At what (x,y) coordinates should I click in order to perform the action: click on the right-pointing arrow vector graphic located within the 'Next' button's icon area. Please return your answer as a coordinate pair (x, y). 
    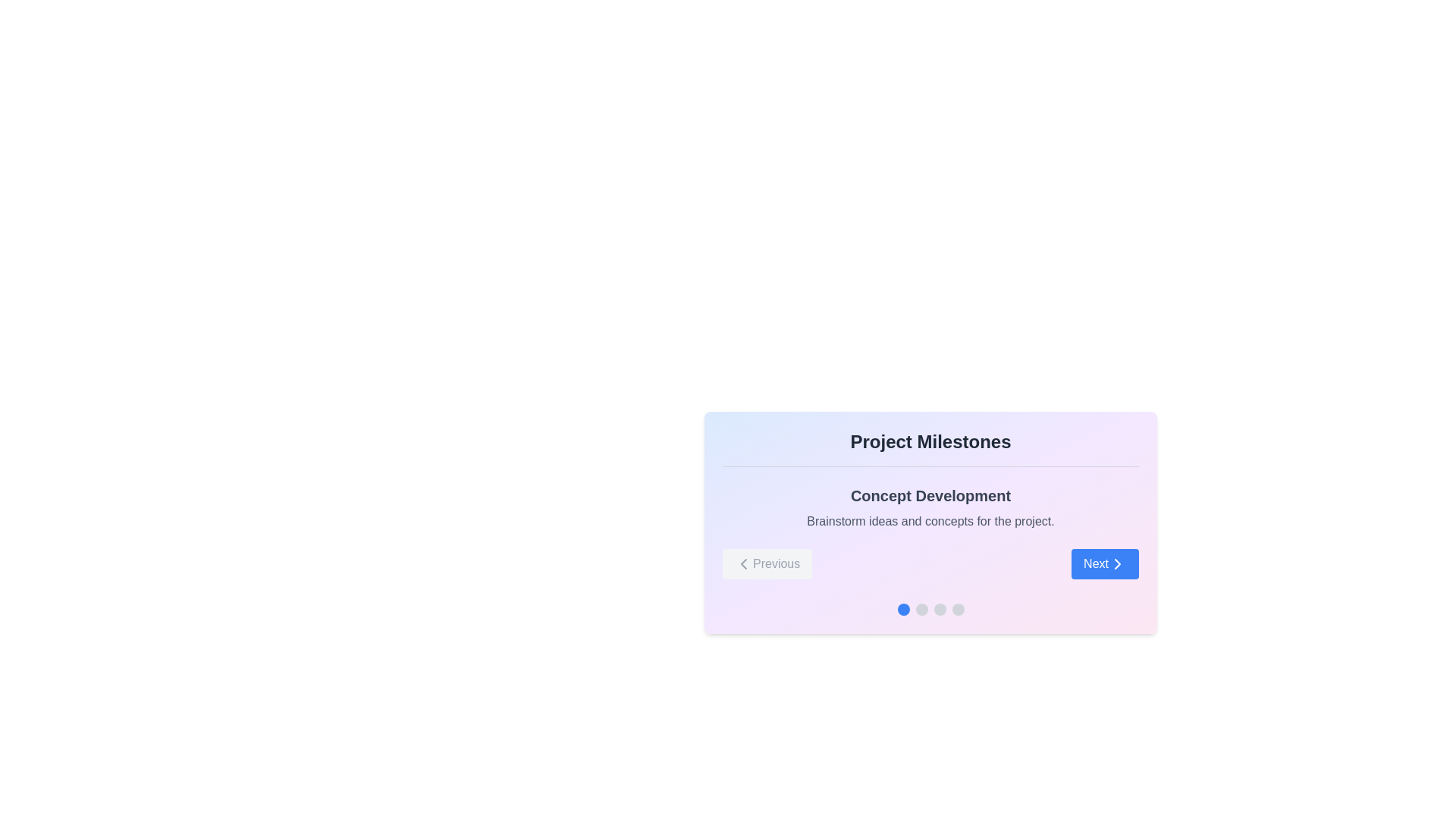
    Looking at the image, I should click on (1117, 564).